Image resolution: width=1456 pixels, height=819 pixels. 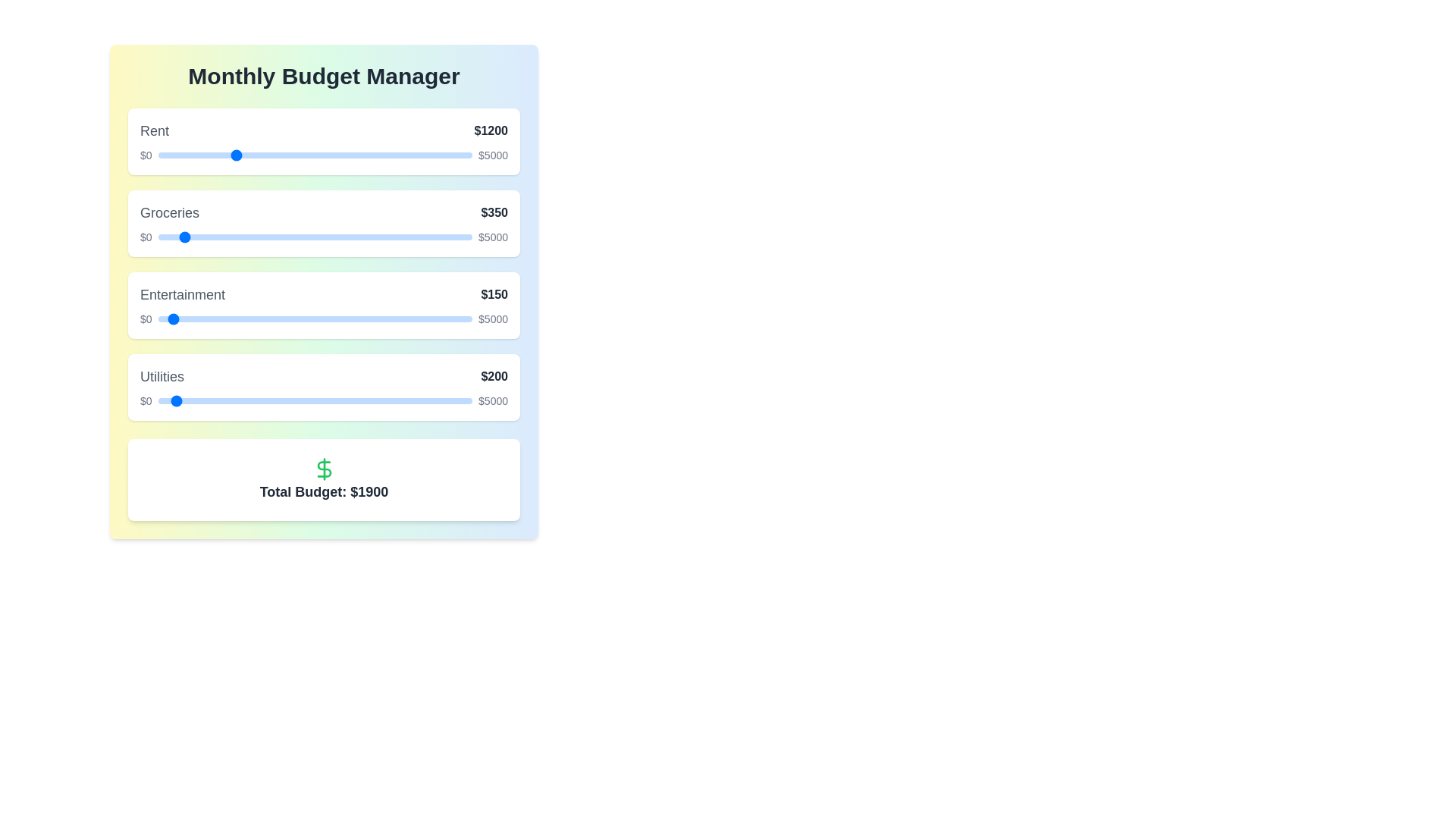 What do you see at coordinates (343, 400) in the screenshot?
I see `the utilities budget` at bounding box center [343, 400].